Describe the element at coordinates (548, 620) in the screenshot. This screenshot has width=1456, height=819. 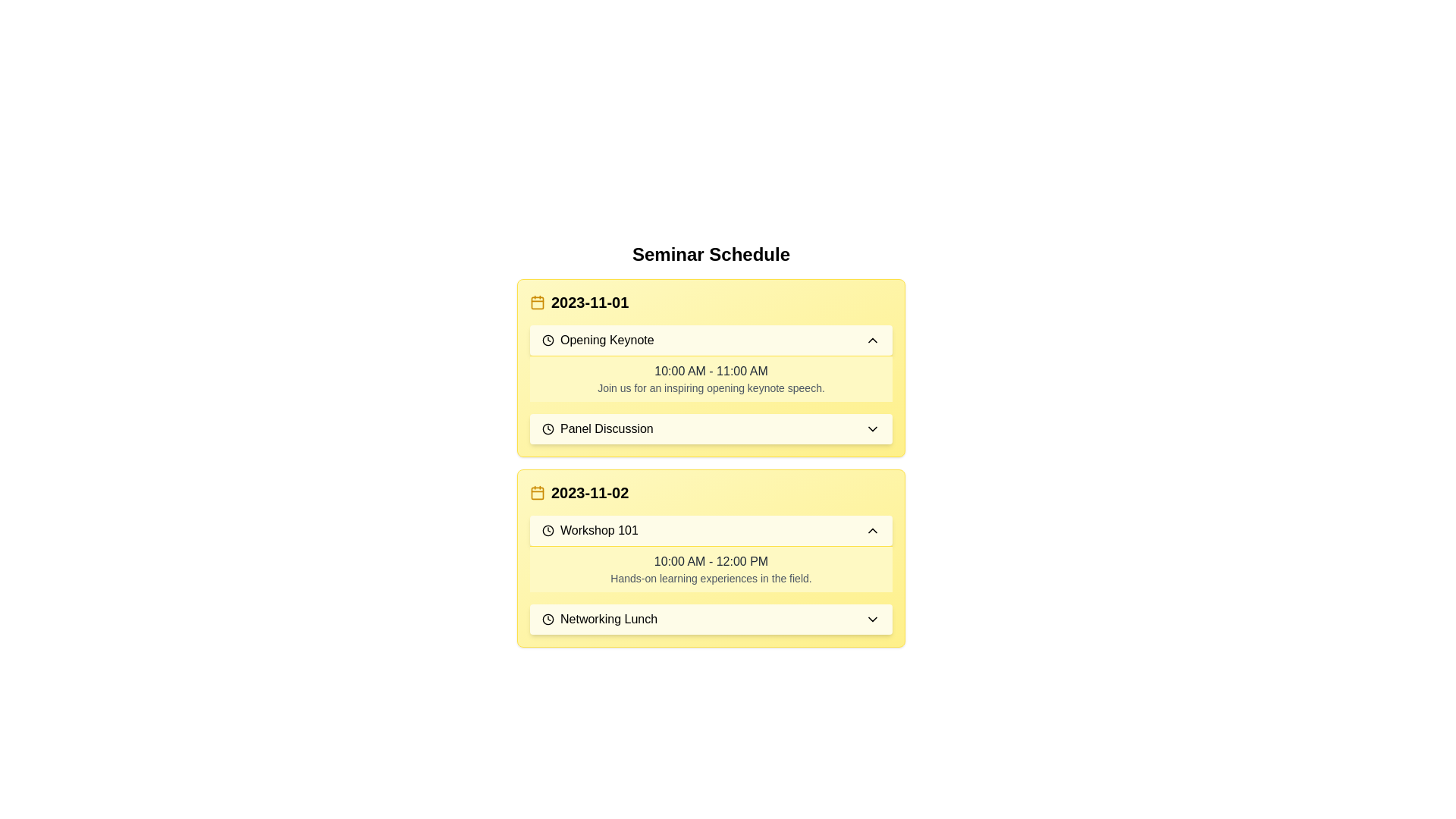
I see `the clock icon indicating the scheduled time for the 'Networking Lunch' event, which is visually aligned to the left of the event label` at that location.